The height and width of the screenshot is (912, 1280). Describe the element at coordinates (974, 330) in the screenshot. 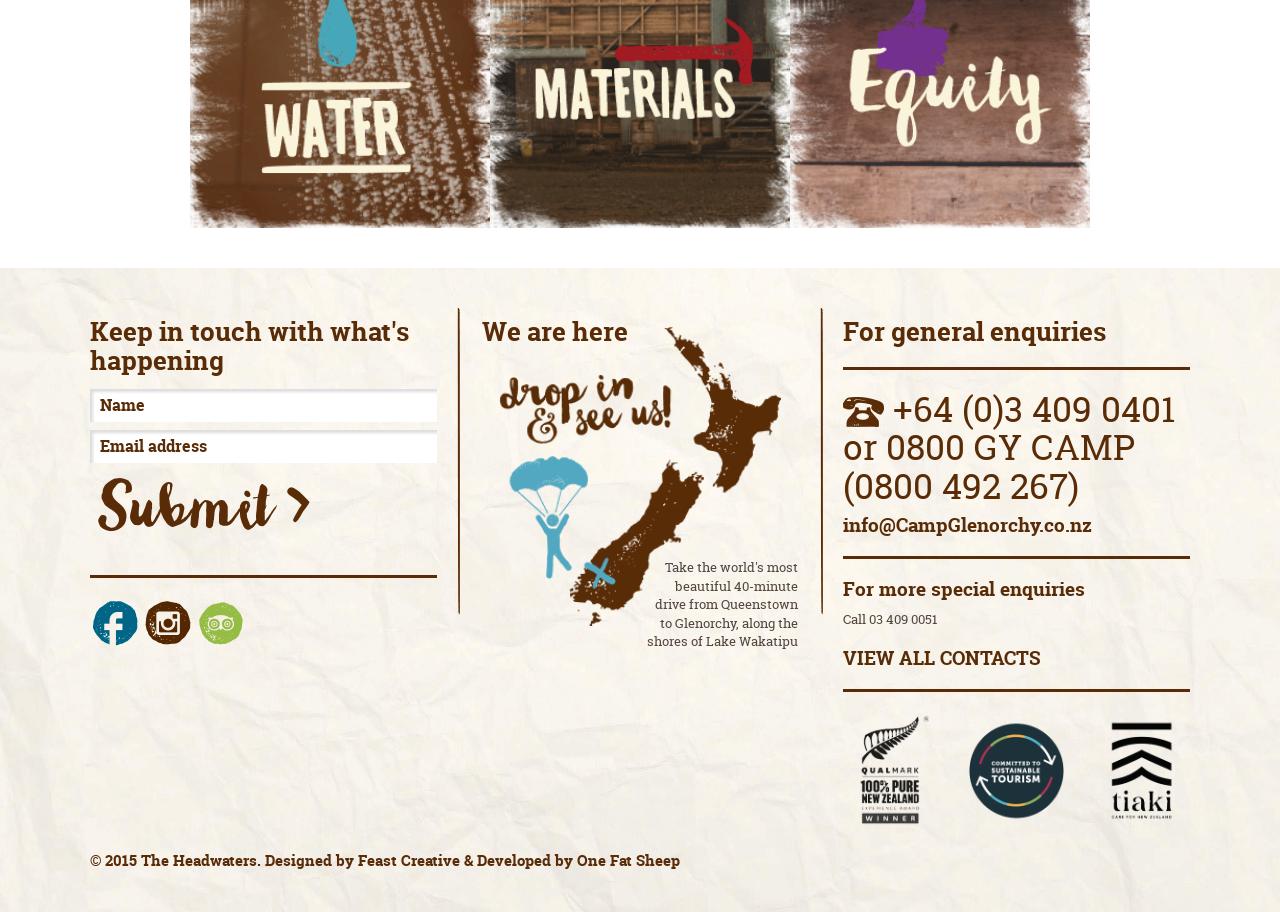

I see `'For general enquiries'` at that location.